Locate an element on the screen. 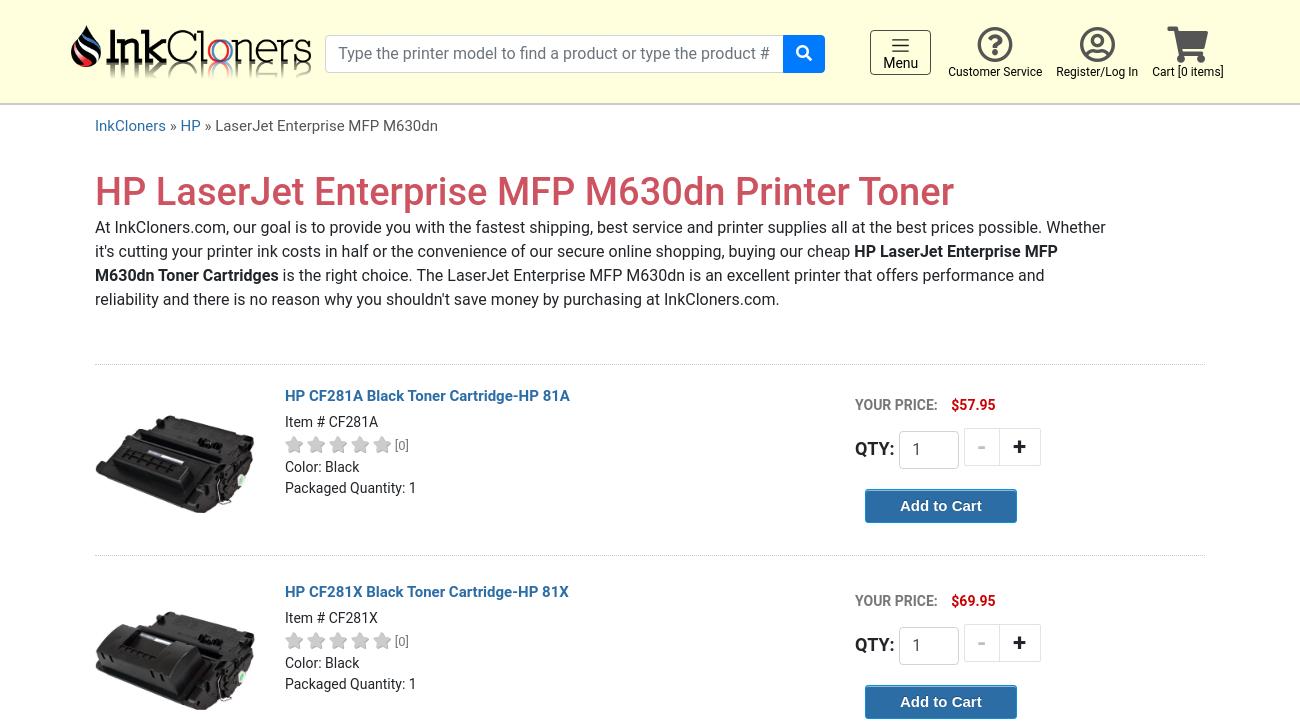  'is the right choice. The LaserJet Enterprise MFP M630dn is an excellent printer that offers performance and reliability and there is no reason why you shouldn't save money by purchasing at InkCloners.com.' is located at coordinates (568, 285).